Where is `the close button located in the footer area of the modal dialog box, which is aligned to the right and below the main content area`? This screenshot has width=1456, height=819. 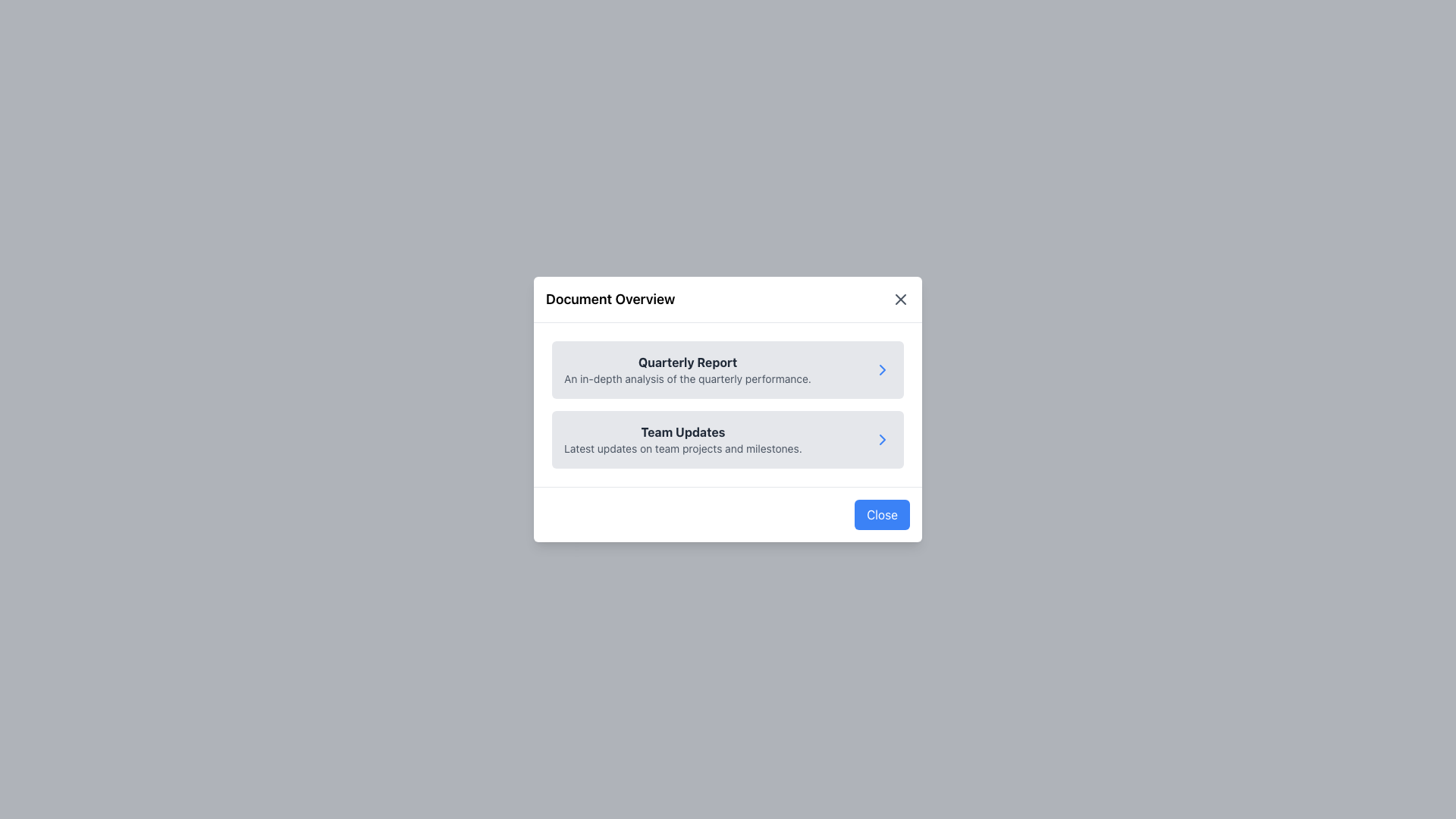 the close button located in the footer area of the modal dialog box, which is aligned to the right and below the main content area is located at coordinates (882, 513).